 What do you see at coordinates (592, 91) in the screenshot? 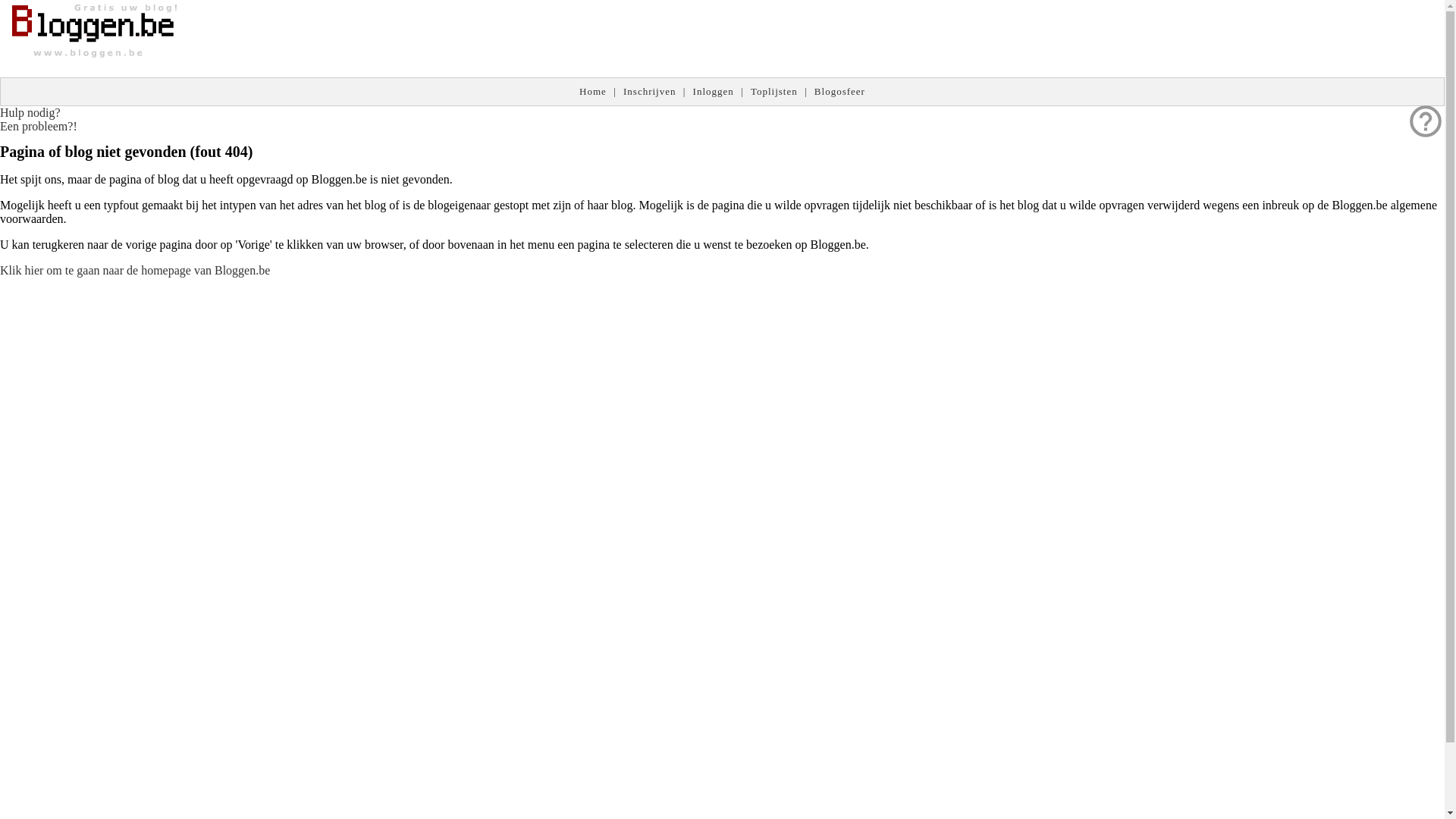
I see `'Home'` at bounding box center [592, 91].